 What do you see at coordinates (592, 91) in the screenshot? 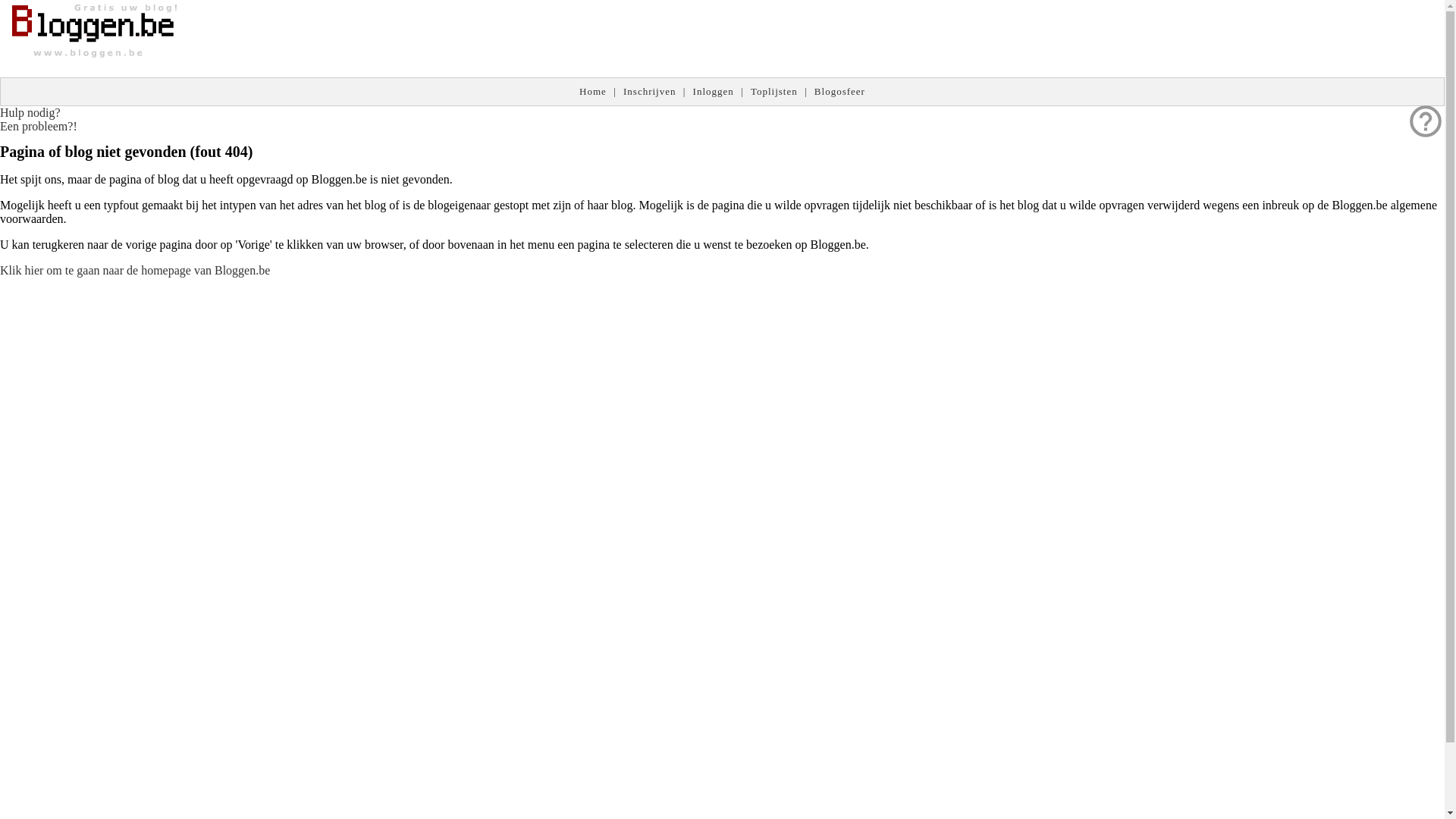
I see `'Home'` at bounding box center [592, 91].